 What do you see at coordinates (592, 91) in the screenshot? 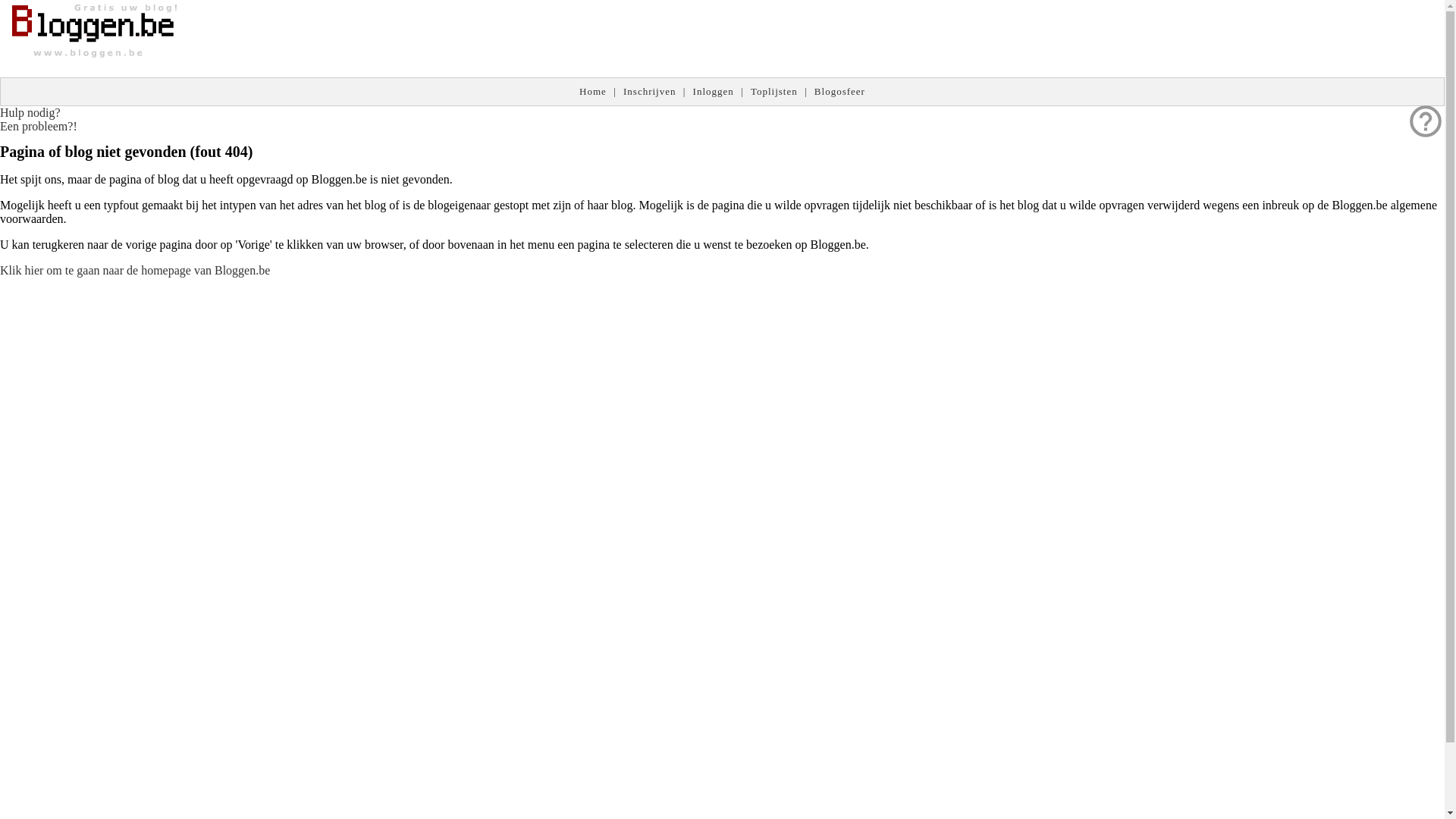
I see `'Home'` at bounding box center [592, 91].